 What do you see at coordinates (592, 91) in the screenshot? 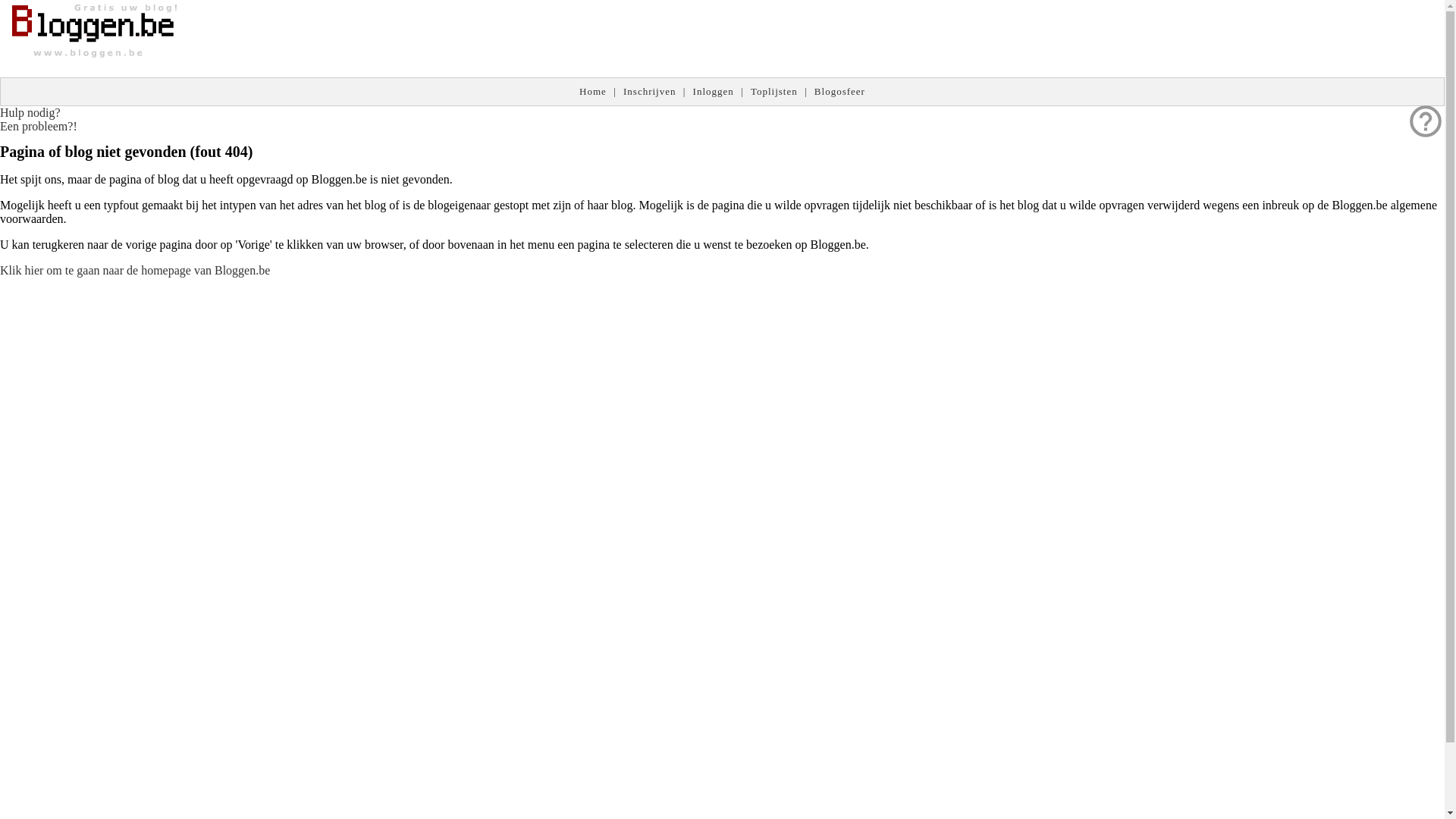
I see `'Home'` at bounding box center [592, 91].